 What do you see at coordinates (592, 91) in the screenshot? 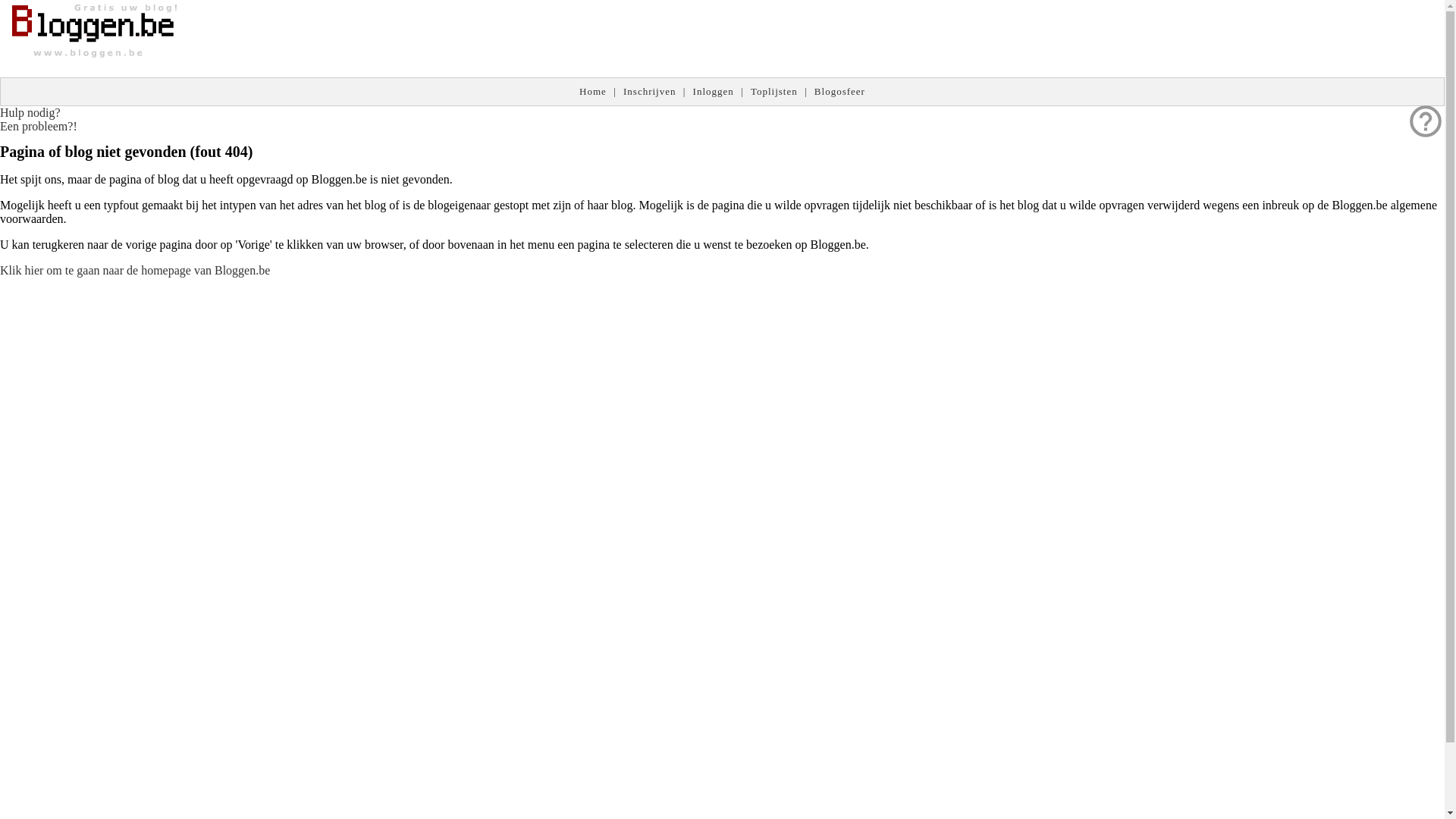
I see `'Home'` at bounding box center [592, 91].